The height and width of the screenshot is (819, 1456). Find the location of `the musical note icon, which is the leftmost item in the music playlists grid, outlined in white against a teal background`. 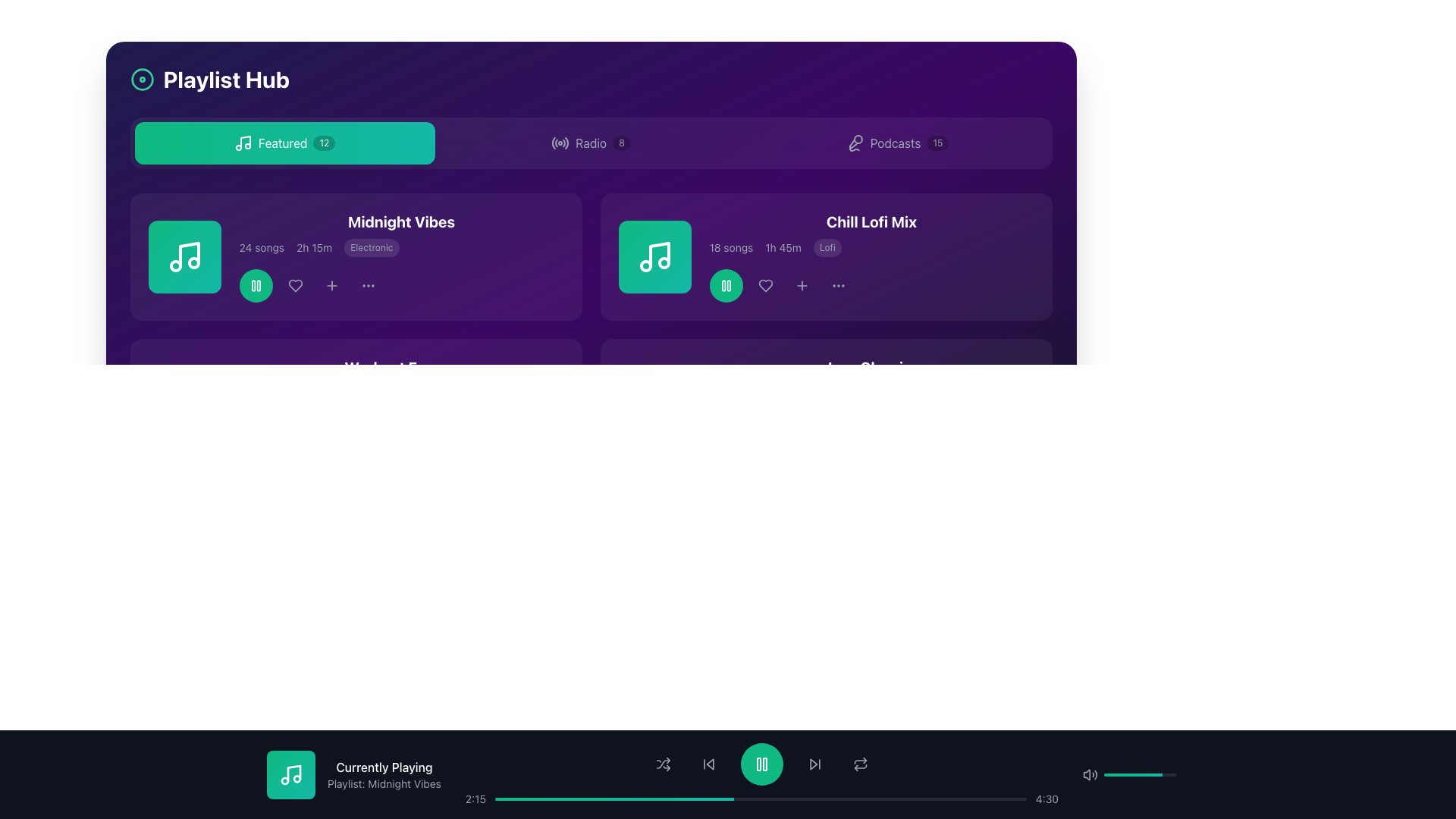

the musical note icon, which is the leftmost item in the music playlists grid, outlined in white against a teal background is located at coordinates (184, 256).